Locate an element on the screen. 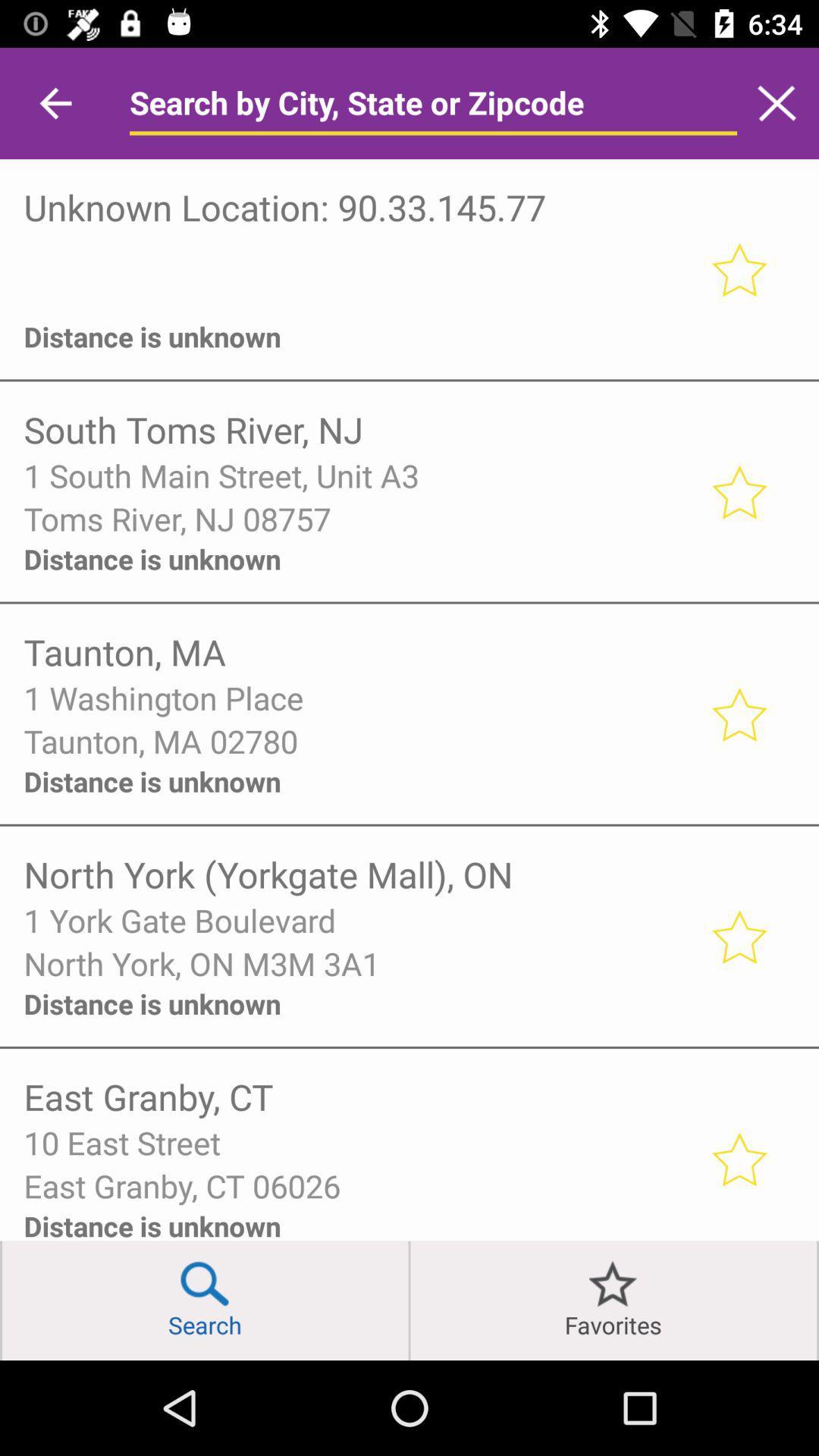  the address is located at coordinates (738, 1158).